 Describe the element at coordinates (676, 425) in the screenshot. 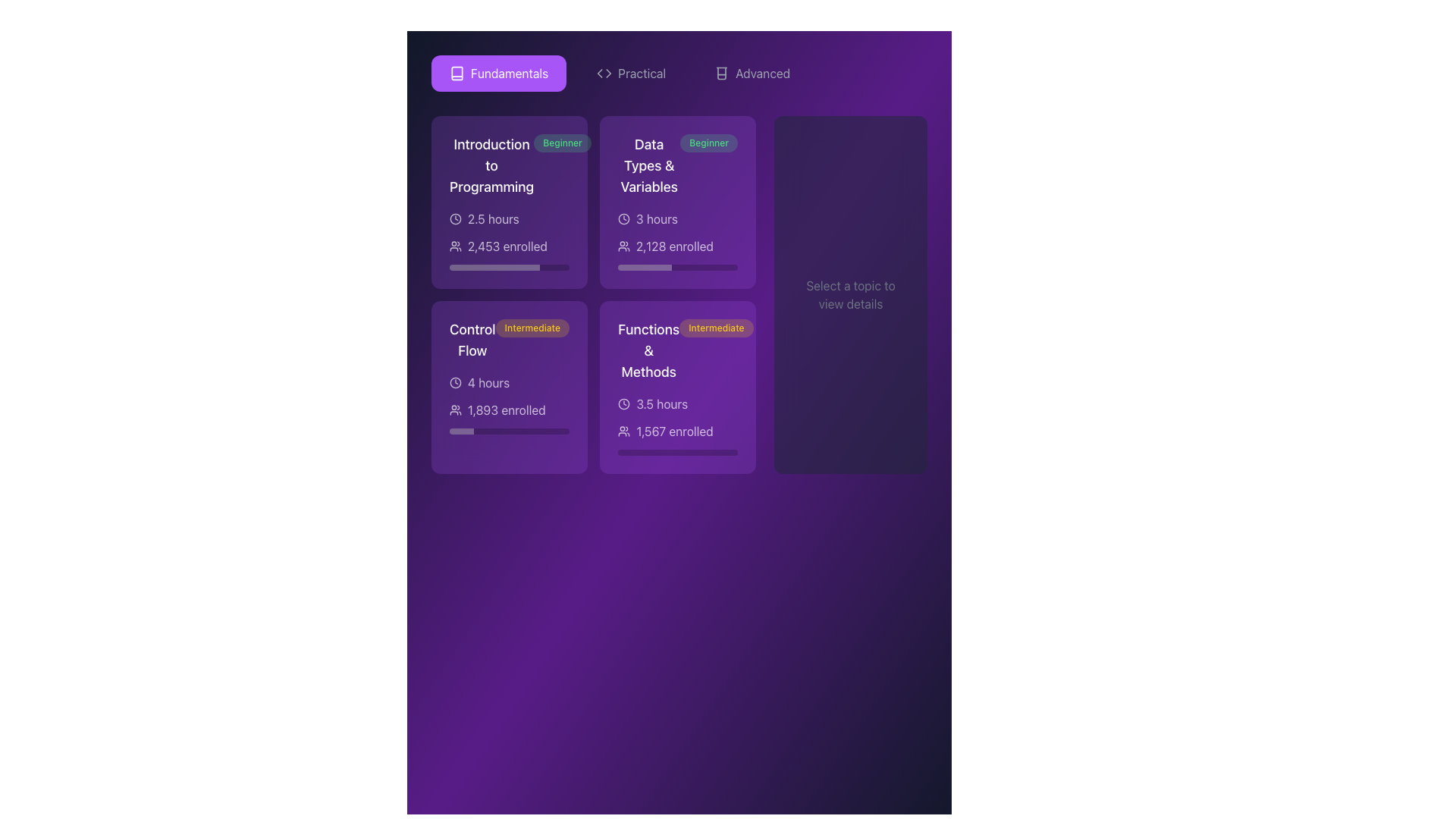

I see `the text block with icons displaying '3.5 hours' and '1,567 enrolled' in the lower section of the 'Functions & Methods Intermediate' card` at that location.